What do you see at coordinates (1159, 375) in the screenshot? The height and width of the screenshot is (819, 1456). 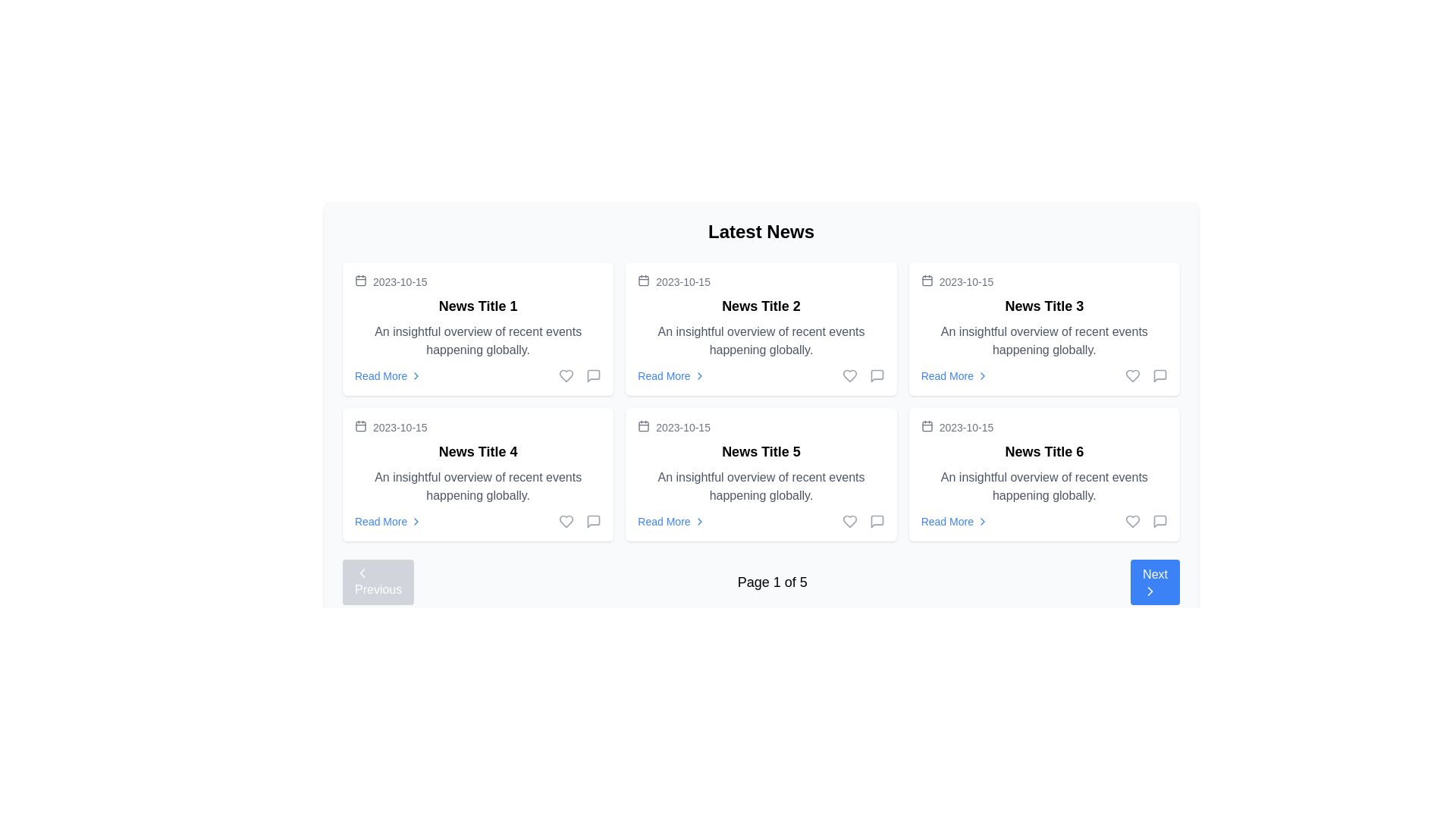 I see `the comments icon button located in the bottom-right corner of the card for 'News Title 3'` at bounding box center [1159, 375].